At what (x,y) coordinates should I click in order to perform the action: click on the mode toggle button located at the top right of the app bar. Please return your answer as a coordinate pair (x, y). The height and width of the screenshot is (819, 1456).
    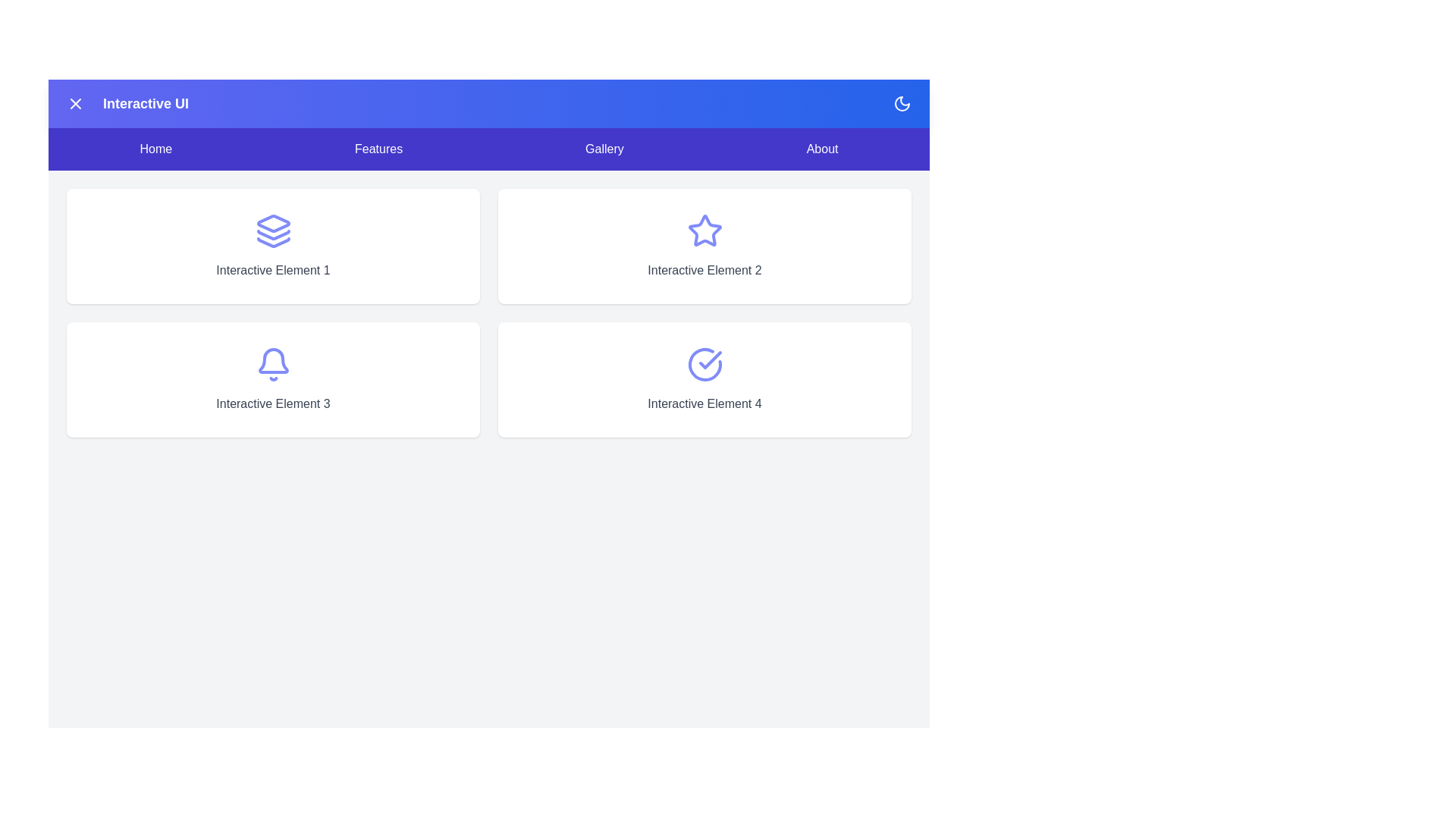
    Looking at the image, I should click on (902, 103).